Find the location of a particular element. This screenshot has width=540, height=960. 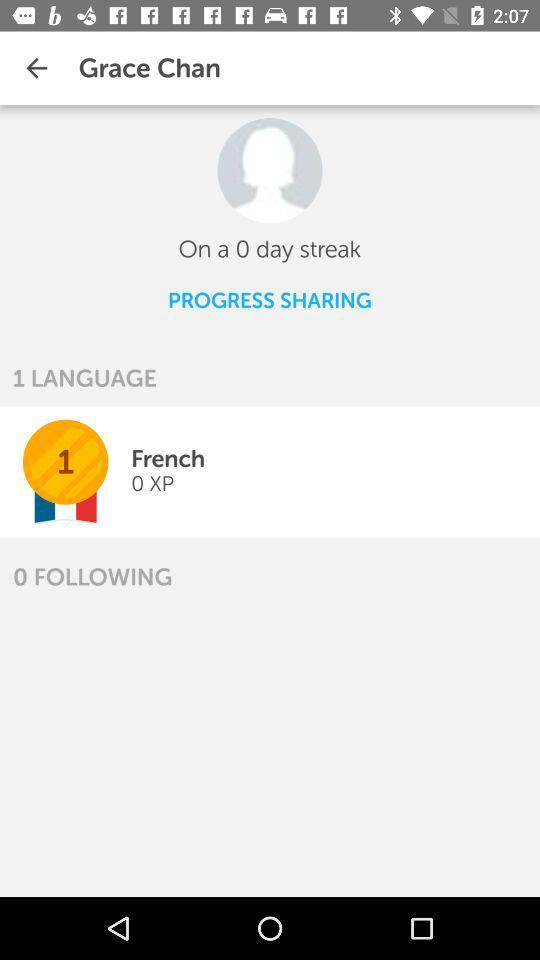

french item is located at coordinates (167, 458).